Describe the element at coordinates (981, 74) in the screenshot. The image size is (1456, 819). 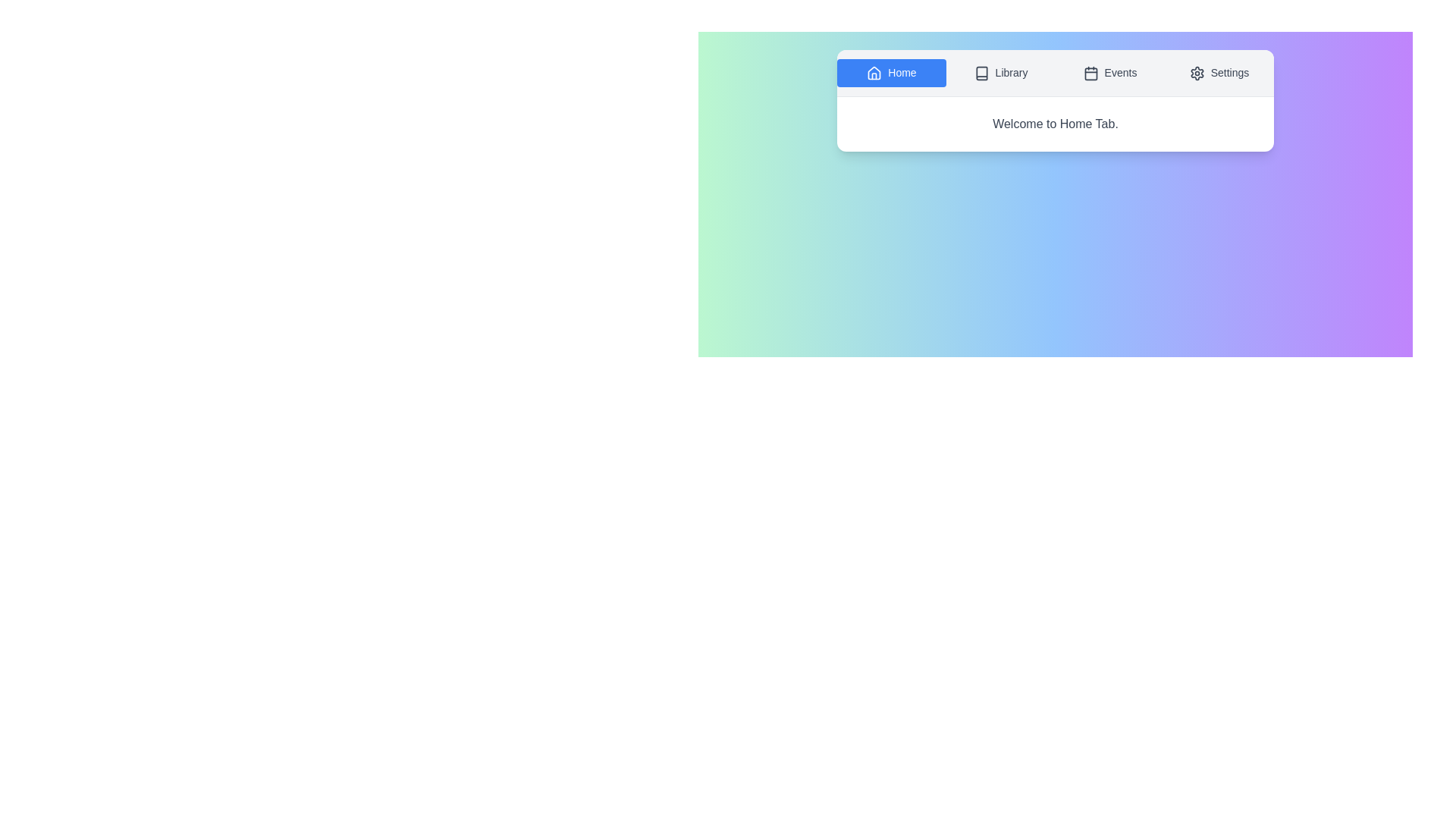
I see `the blue book icon located in the navigation bar next to the 'Library' text label` at that location.